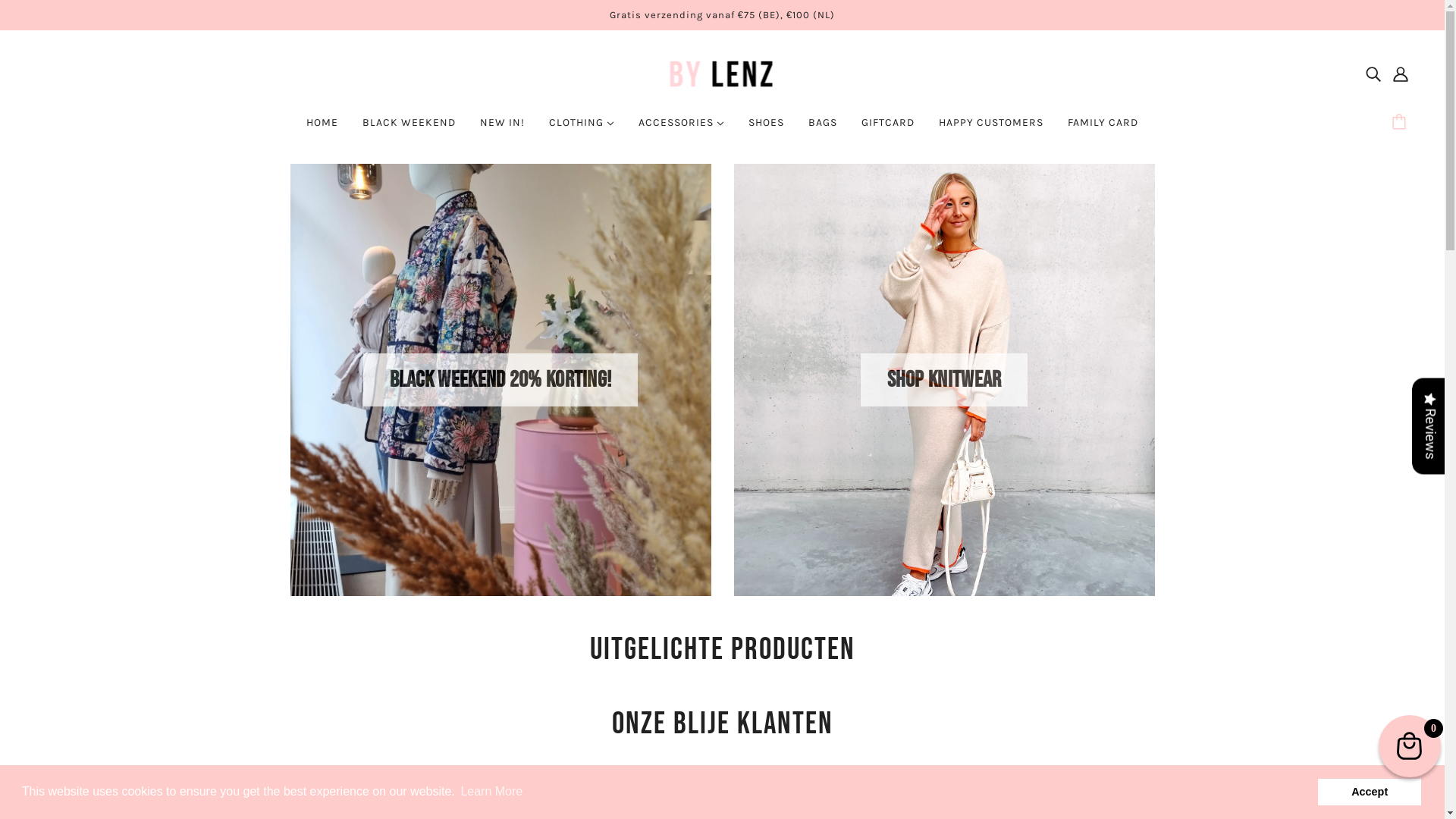 The image size is (1456, 819). I want to click on 'By Lenz', so click(655, 73).